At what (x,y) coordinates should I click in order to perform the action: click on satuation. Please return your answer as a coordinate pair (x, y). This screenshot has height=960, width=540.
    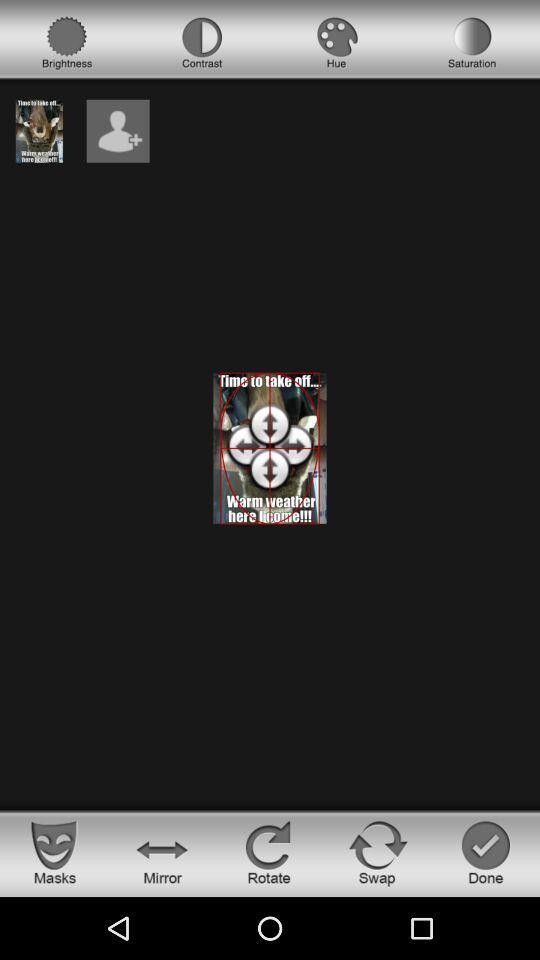
    Looking at the image, I should click on (472, 42).